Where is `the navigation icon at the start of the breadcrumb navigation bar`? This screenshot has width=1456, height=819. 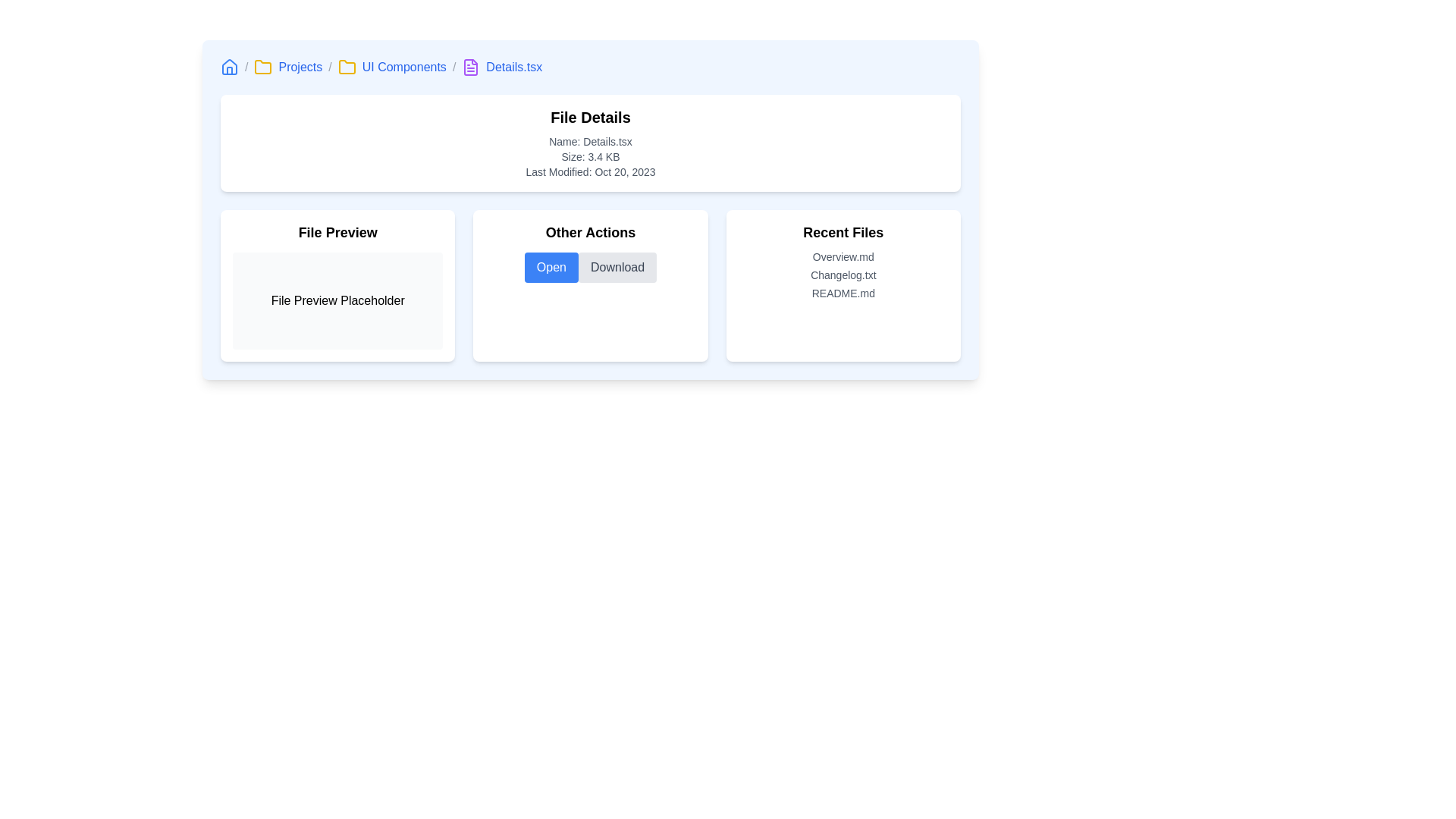
the navigation icon at the start of the breadcrumb navigation bar is located at coordinates (228, 66).